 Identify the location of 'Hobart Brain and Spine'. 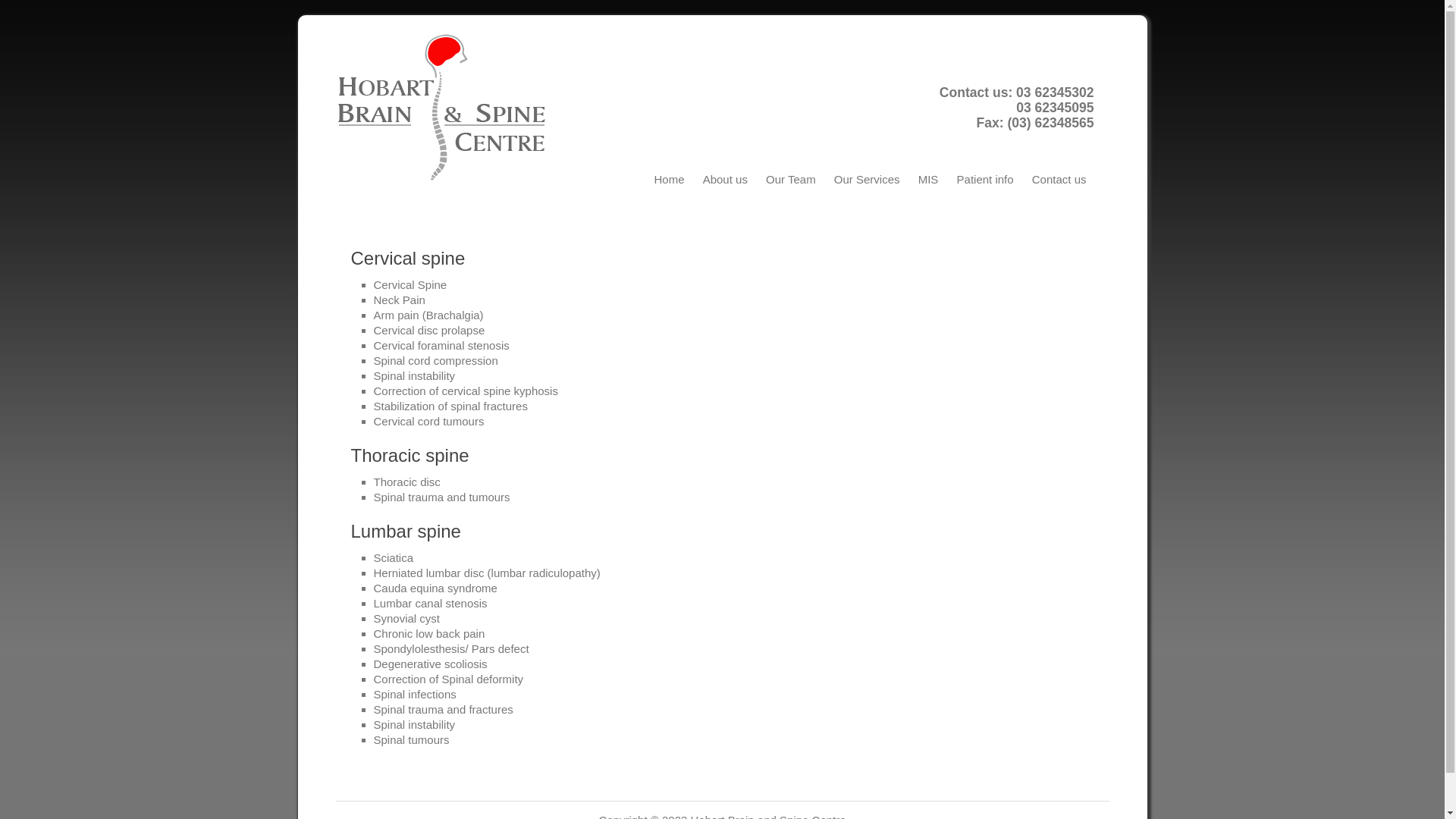
(334, 107).